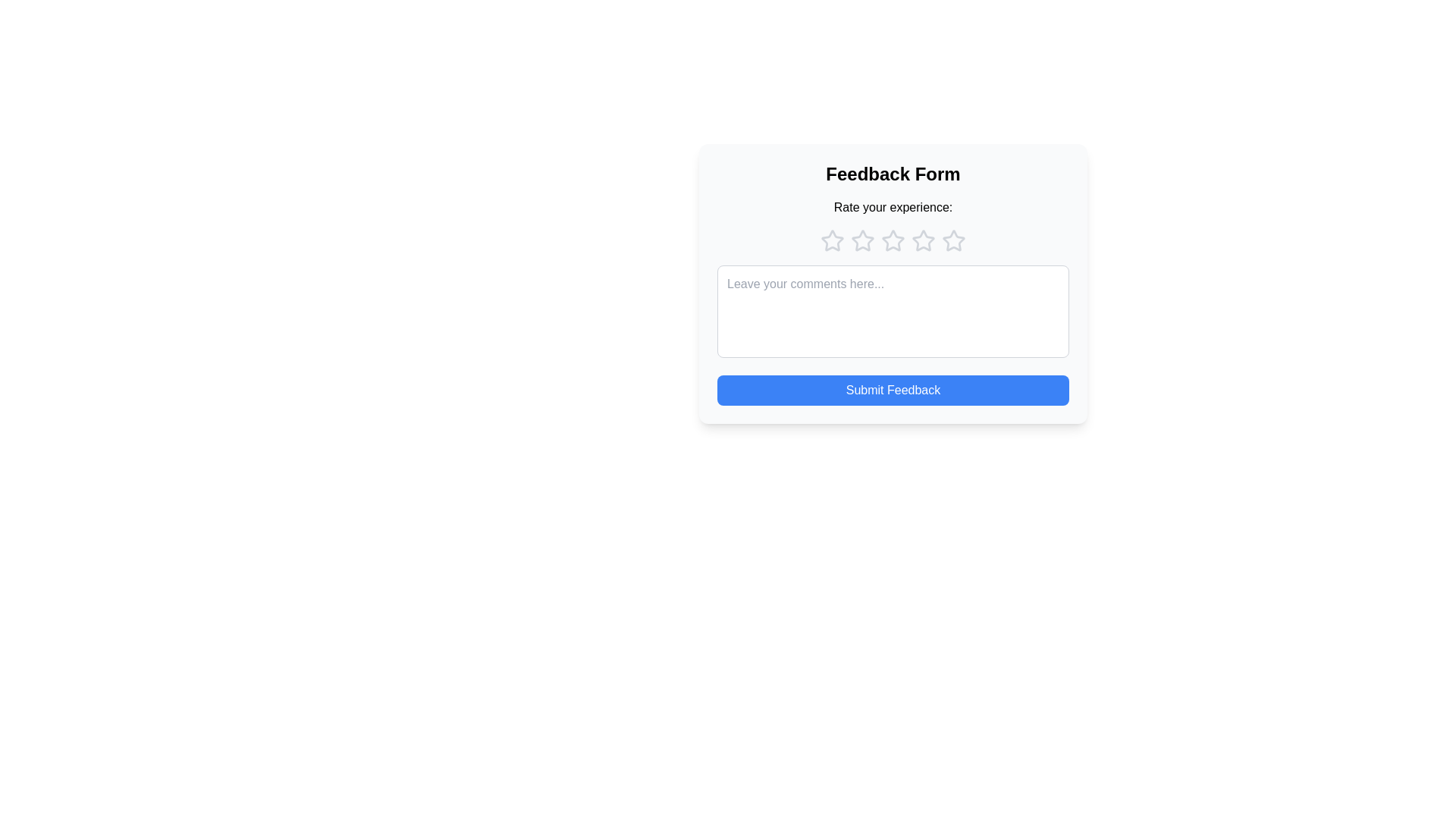 The image size is (1456, 819). What do you see at coordinates (923, 240) in the screenshot?
I see `the third star in the five-star rating system` at bounding box center [923, 240].